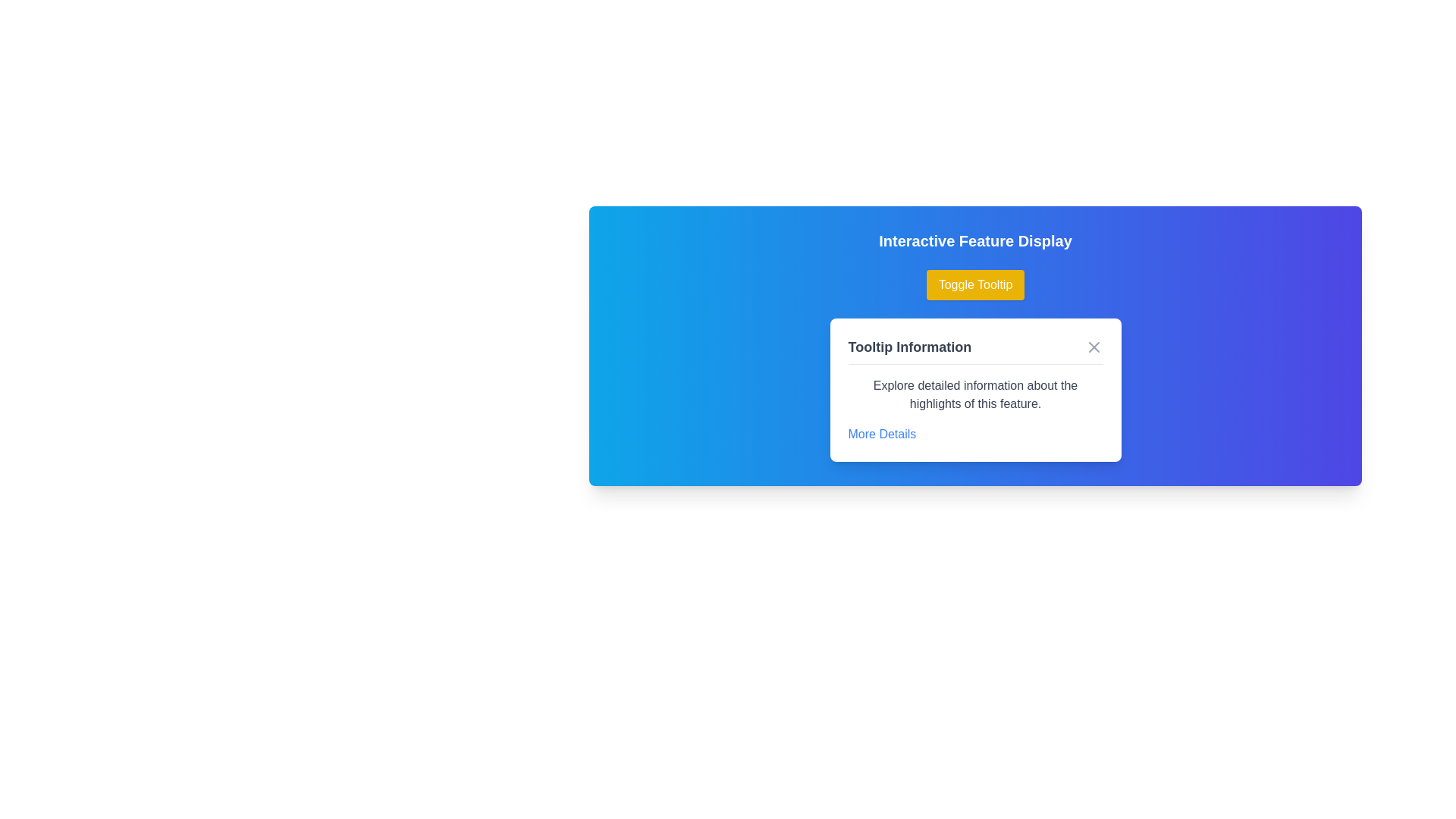  What do you see at coordinates (909, 347) in the screenshot?
I see `text displayed in the title or heading of the tooltip, which is horizontally aligned to the left and vertically positioned at the top of the tooltip component` at bounding box center [909, 347].